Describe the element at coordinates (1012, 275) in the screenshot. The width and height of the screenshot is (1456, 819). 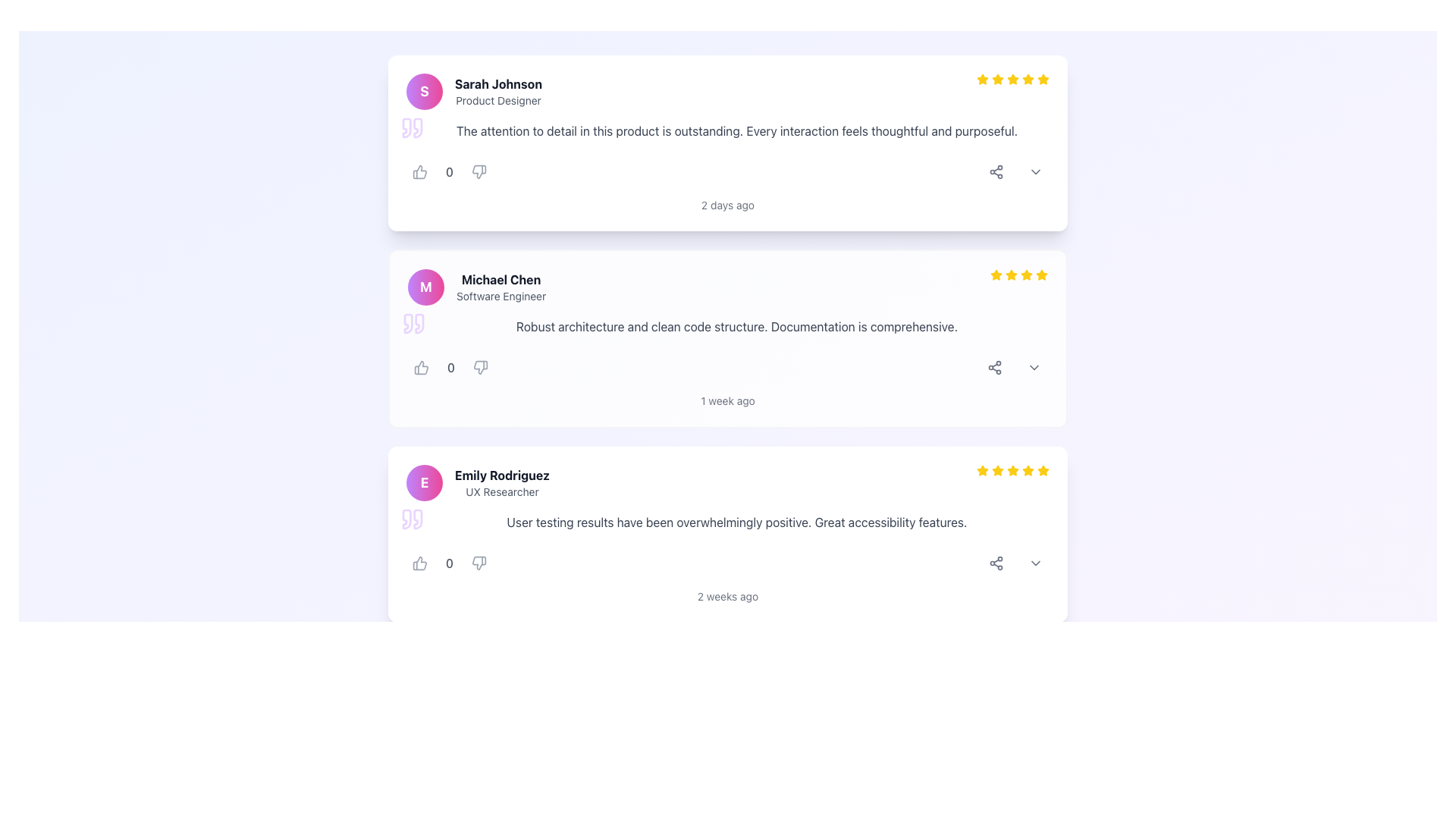
I see `the third yellow star icon in the 5-star rating system located under the review by 'Michael Chen'` at that location.